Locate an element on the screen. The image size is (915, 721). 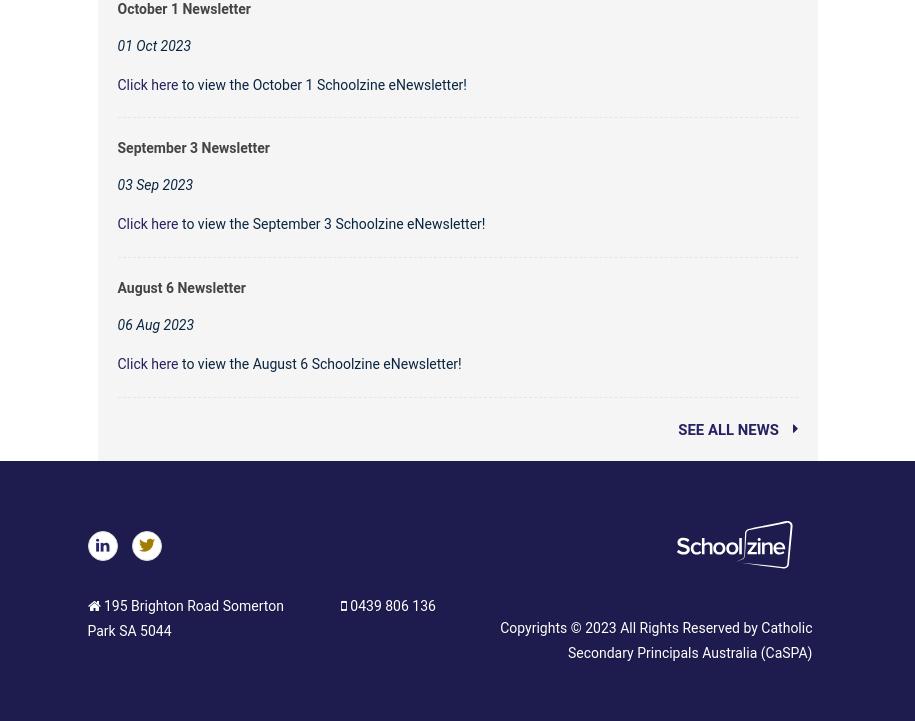
'06 Aug 2023' is located at coordinates (154, 325).